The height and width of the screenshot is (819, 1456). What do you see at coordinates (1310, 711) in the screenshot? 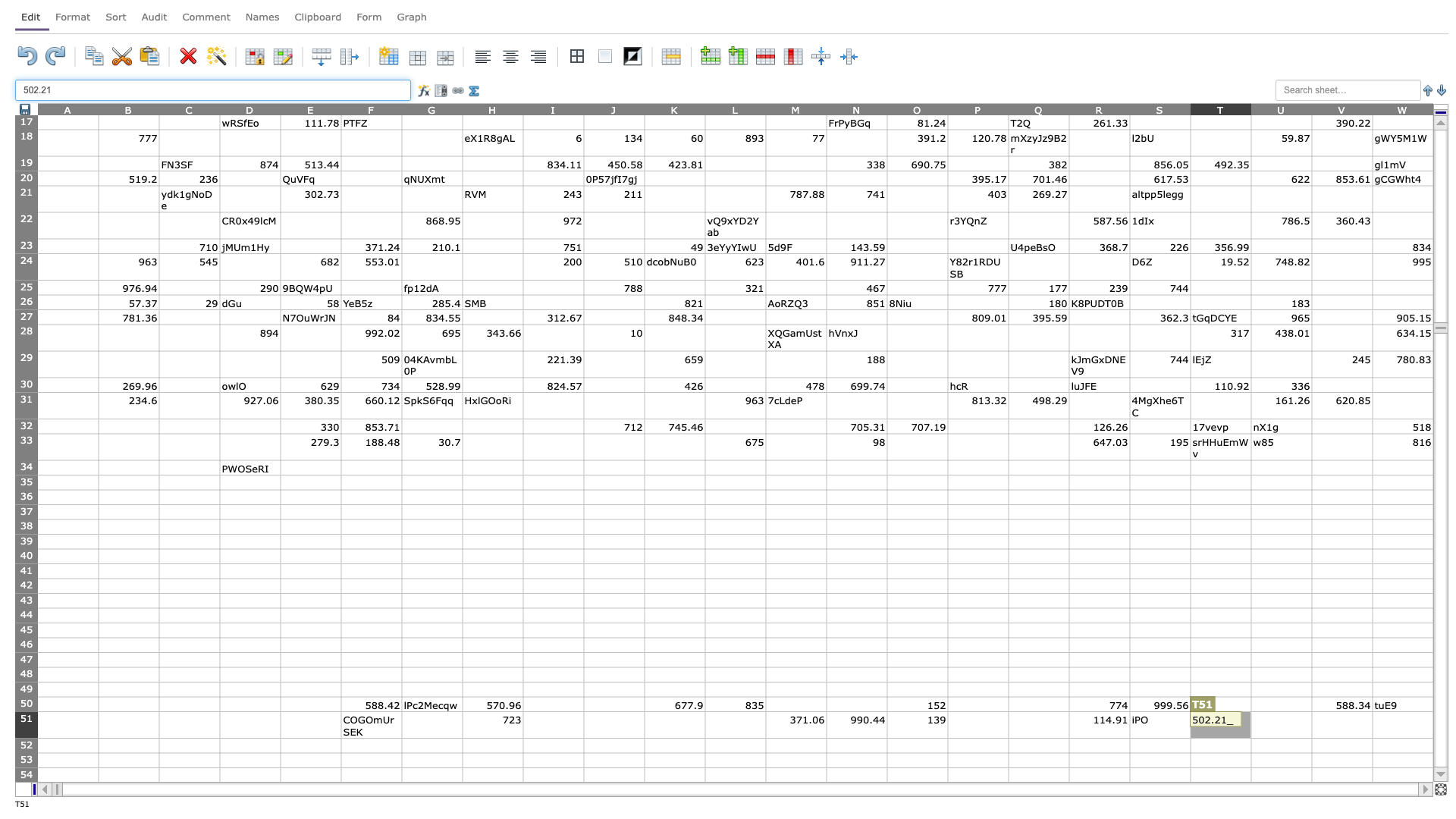
I see `Upper left corner of cell V51` at bounding box center [1310, 711].